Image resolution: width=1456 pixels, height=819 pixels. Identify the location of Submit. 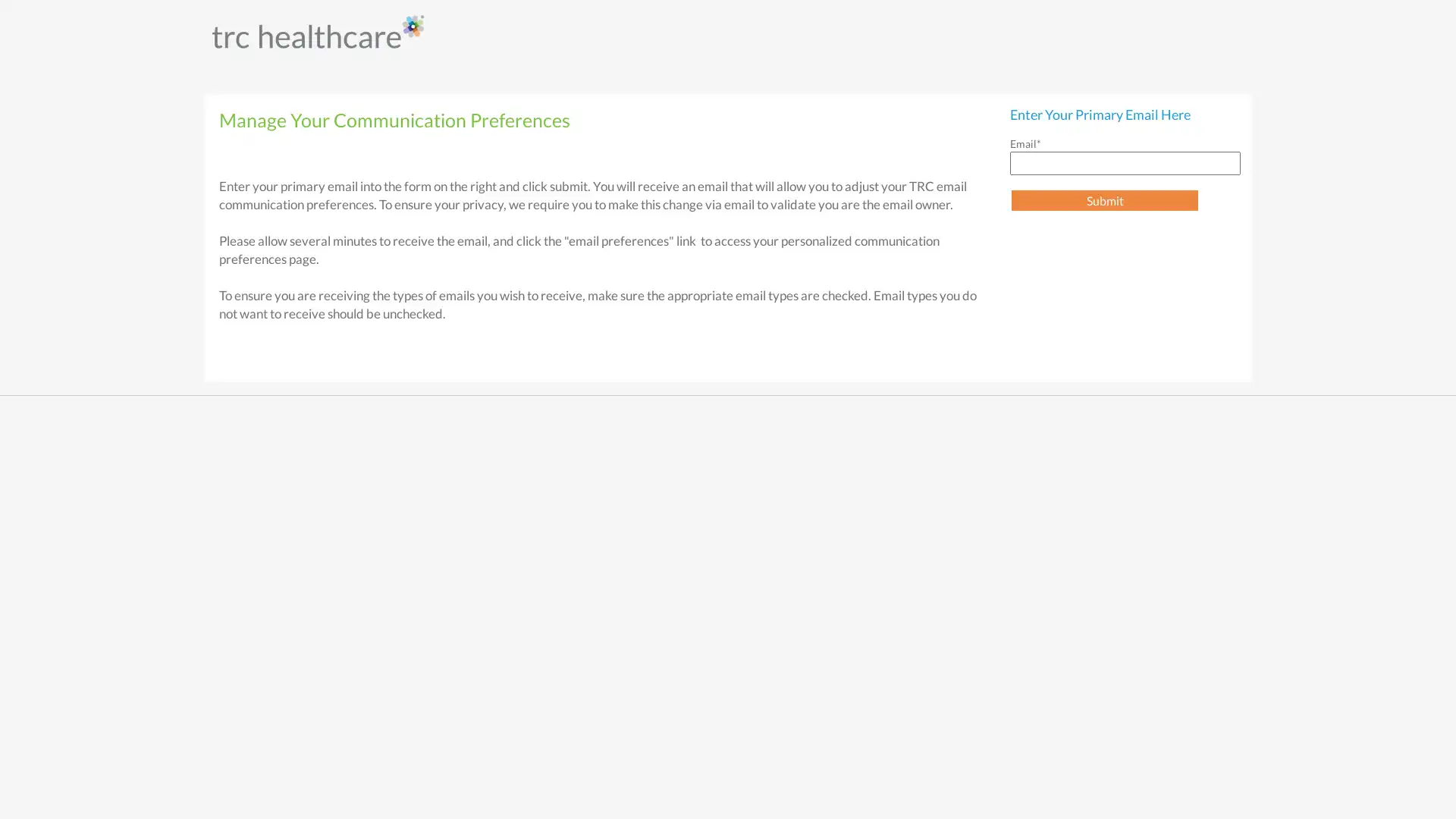
(1105, 199).